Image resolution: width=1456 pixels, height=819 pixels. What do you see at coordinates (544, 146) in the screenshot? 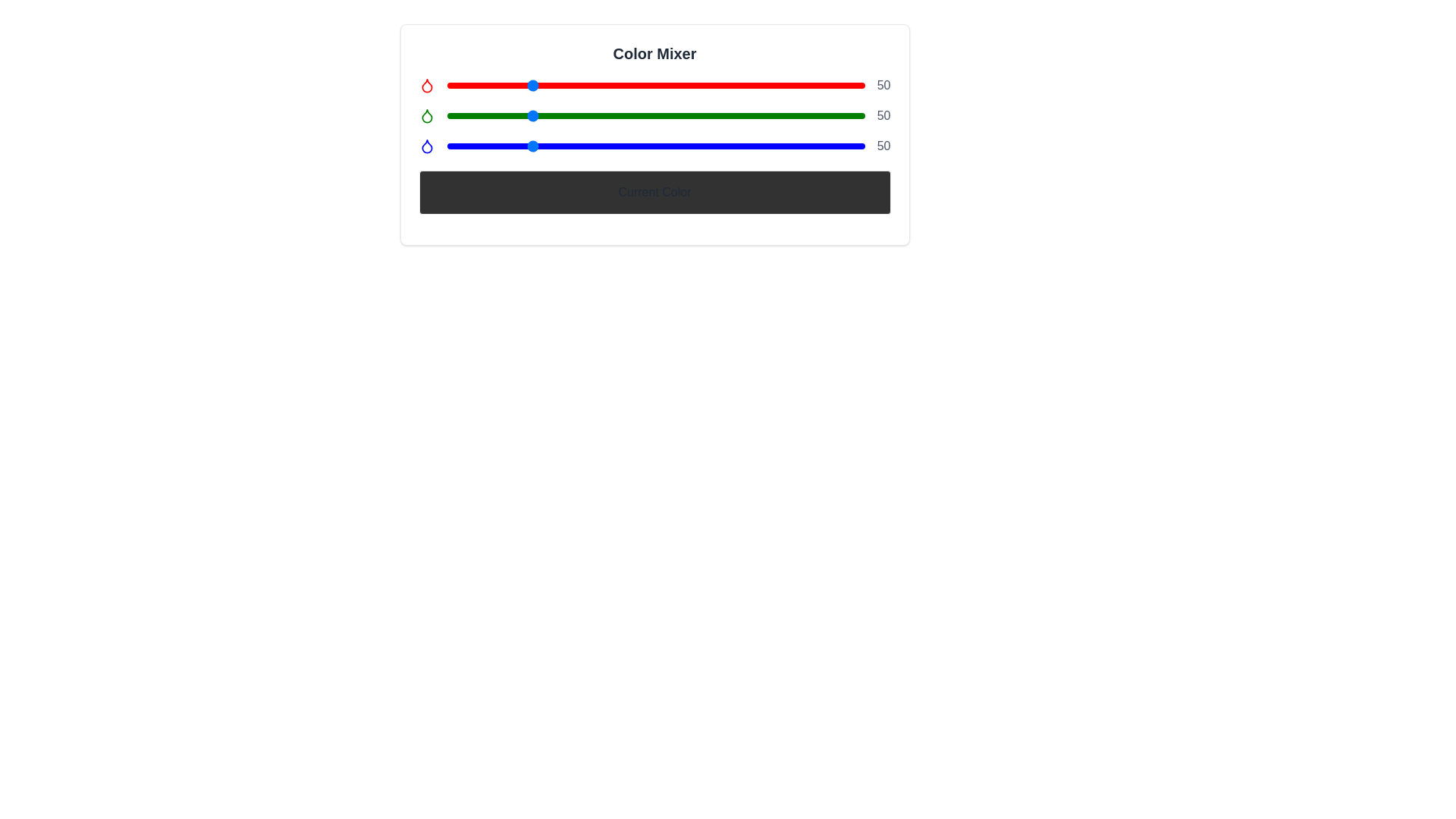
I see `the blue slider to set its value to 59` at bounding box center [544, 146].